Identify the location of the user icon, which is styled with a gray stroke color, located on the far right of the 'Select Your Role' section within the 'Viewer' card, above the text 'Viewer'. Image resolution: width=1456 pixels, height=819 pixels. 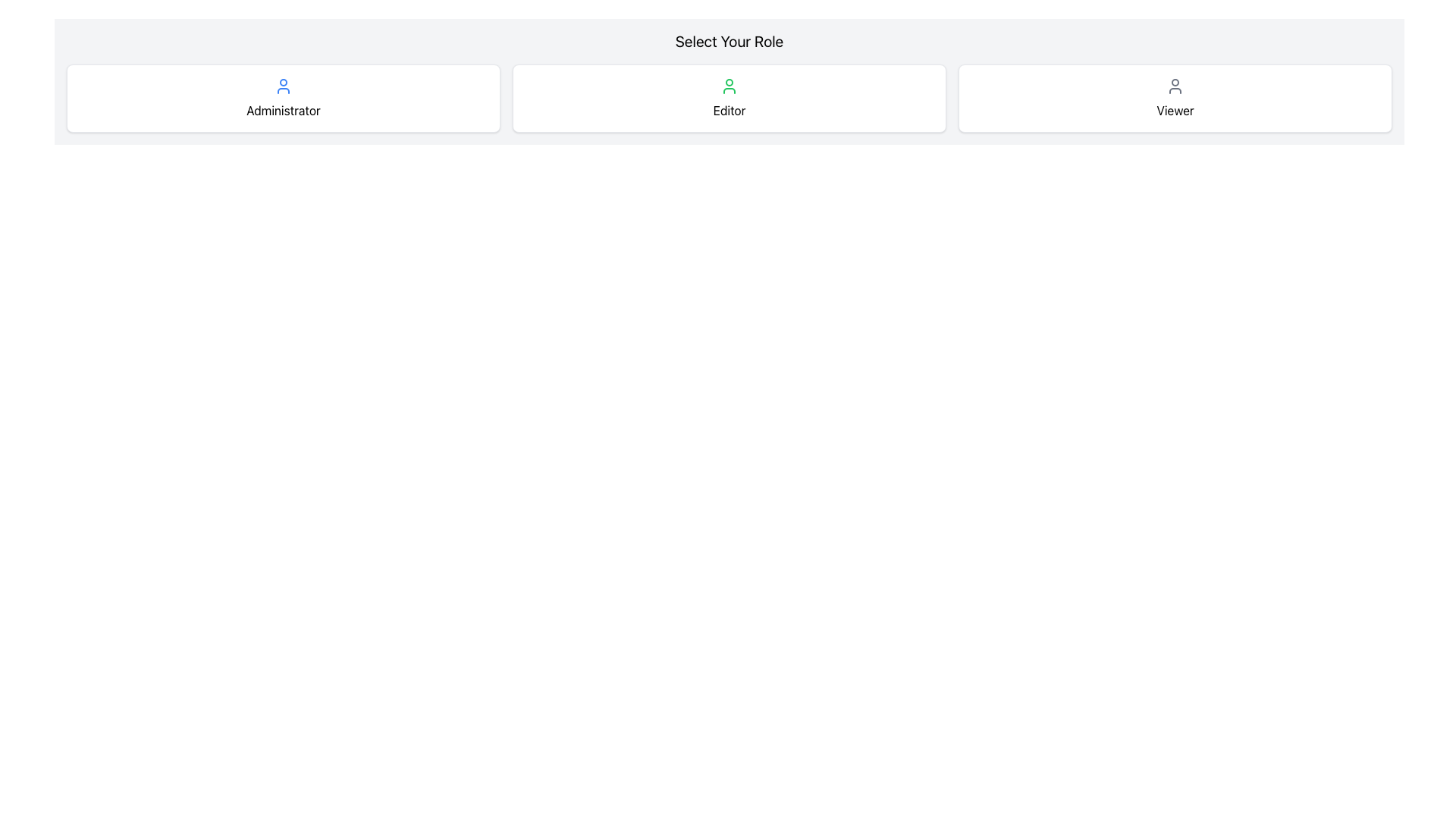
(1175, 86).